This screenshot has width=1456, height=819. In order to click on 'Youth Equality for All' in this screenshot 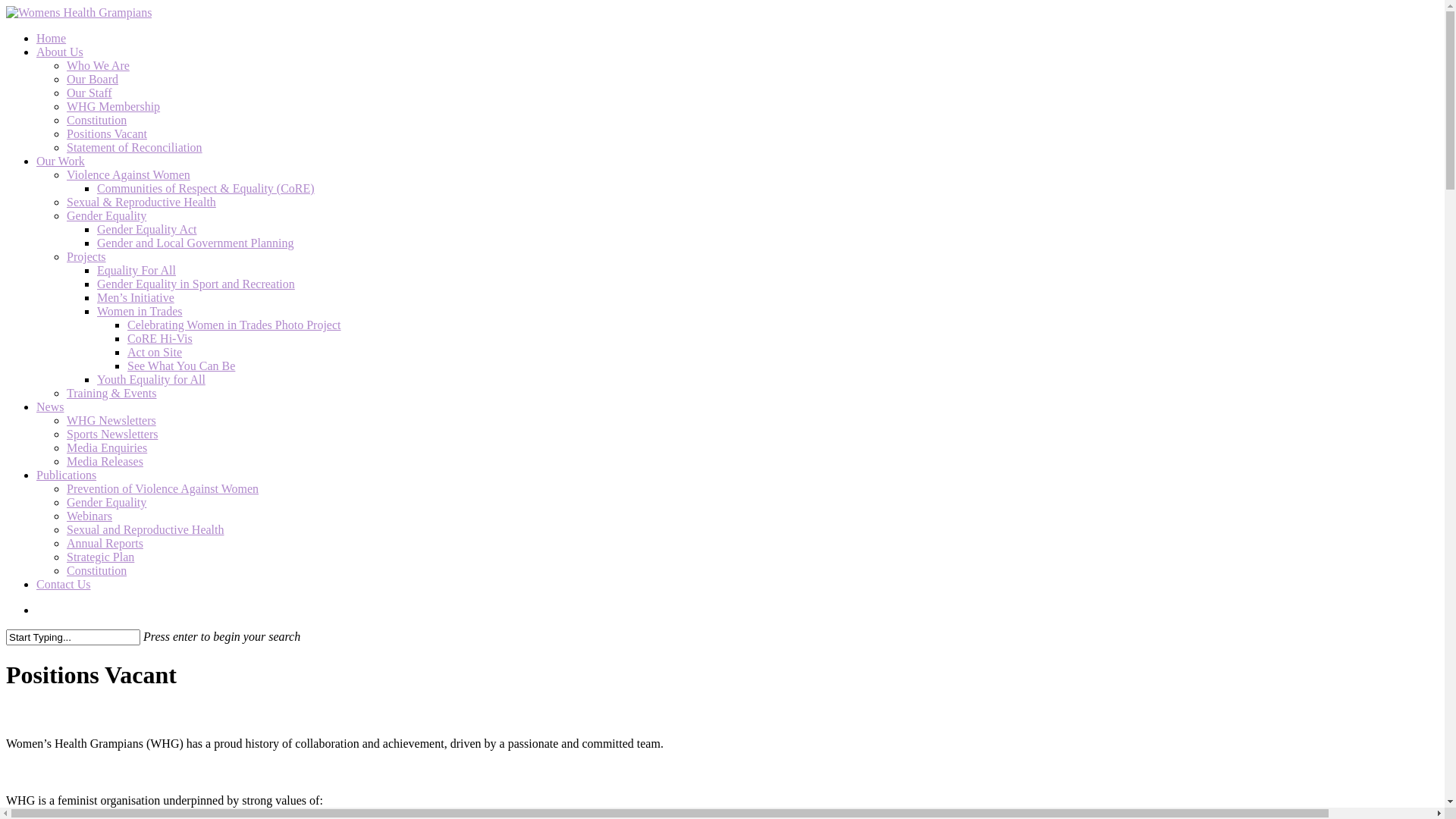, I will do `click(151, 378)`.